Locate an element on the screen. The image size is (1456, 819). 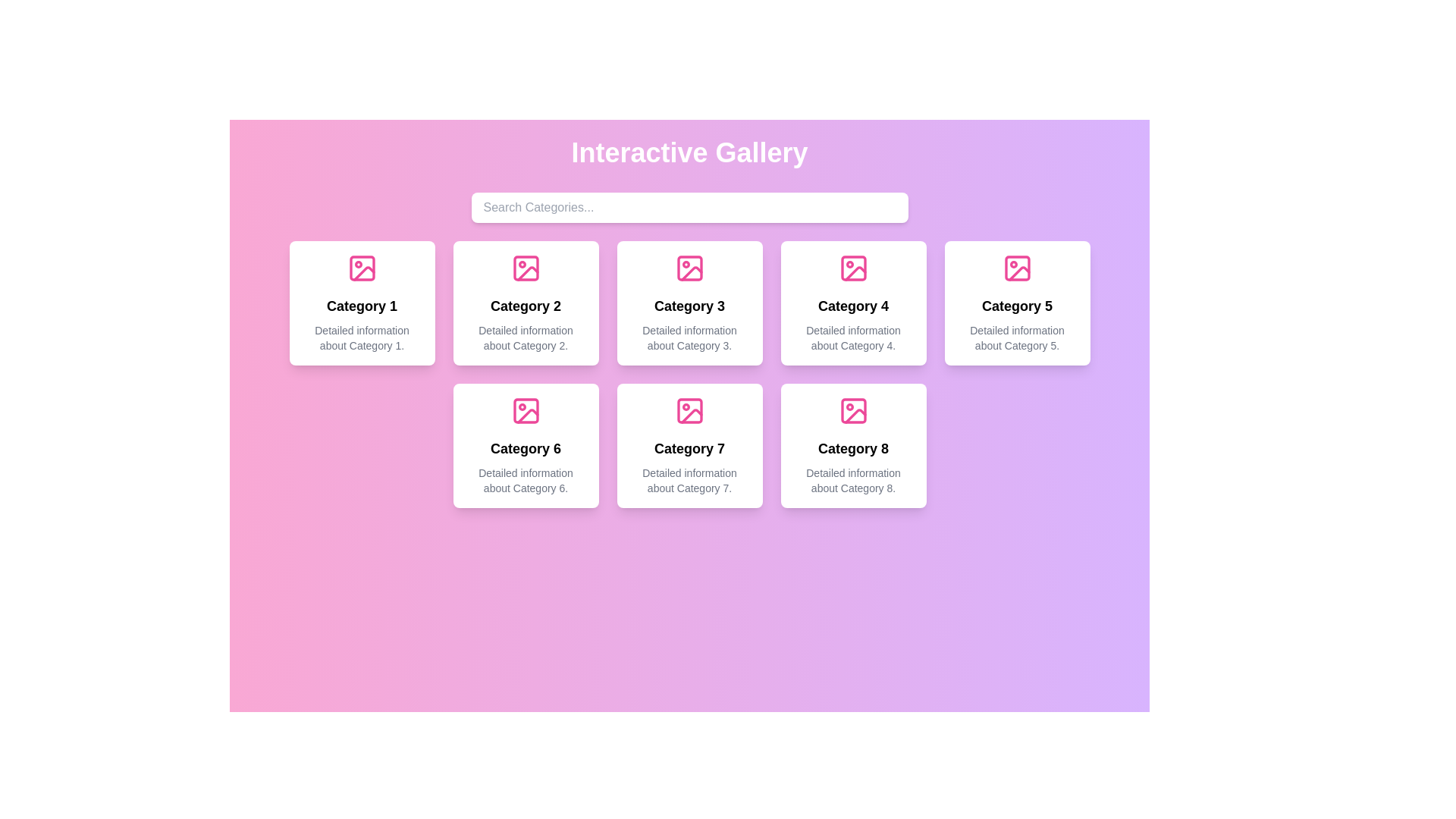
displayed content of the informational card representing 'Category 6', located in the bottom-left of the second row of a grid layout is located at coordinates (526, 444).